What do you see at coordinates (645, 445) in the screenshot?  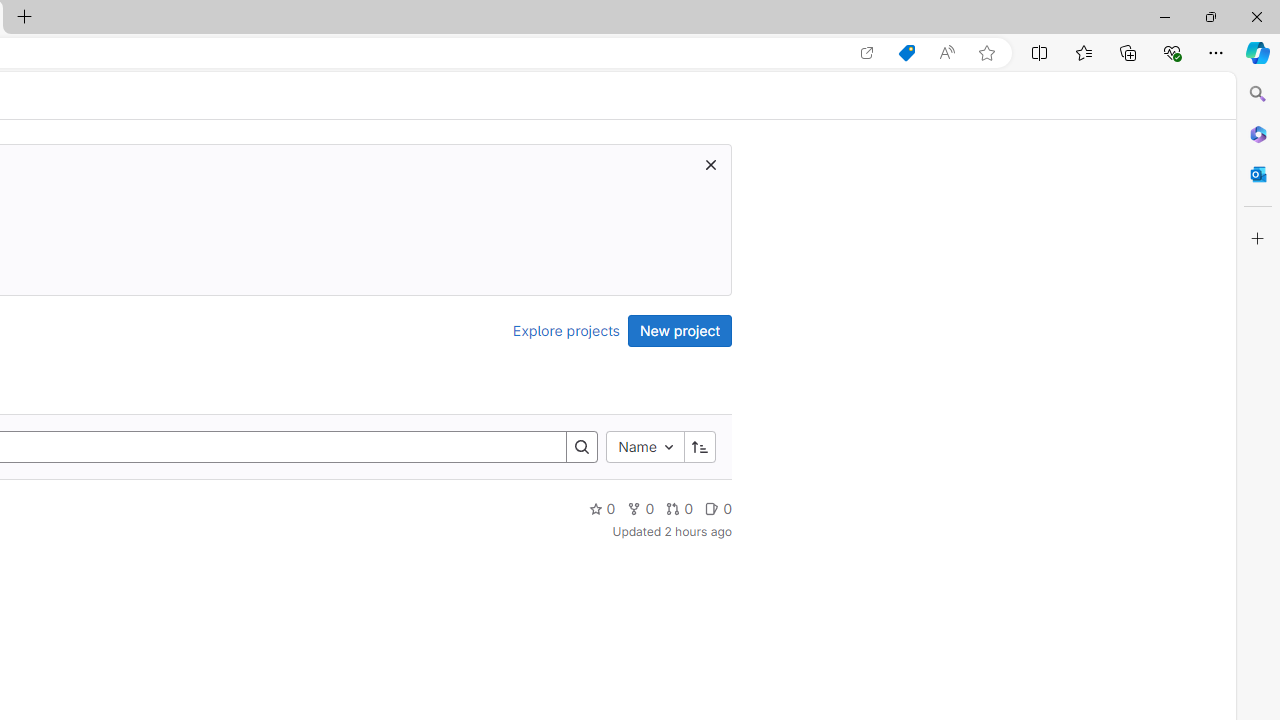 I see `'Name'` at bounding box center [645, 445].